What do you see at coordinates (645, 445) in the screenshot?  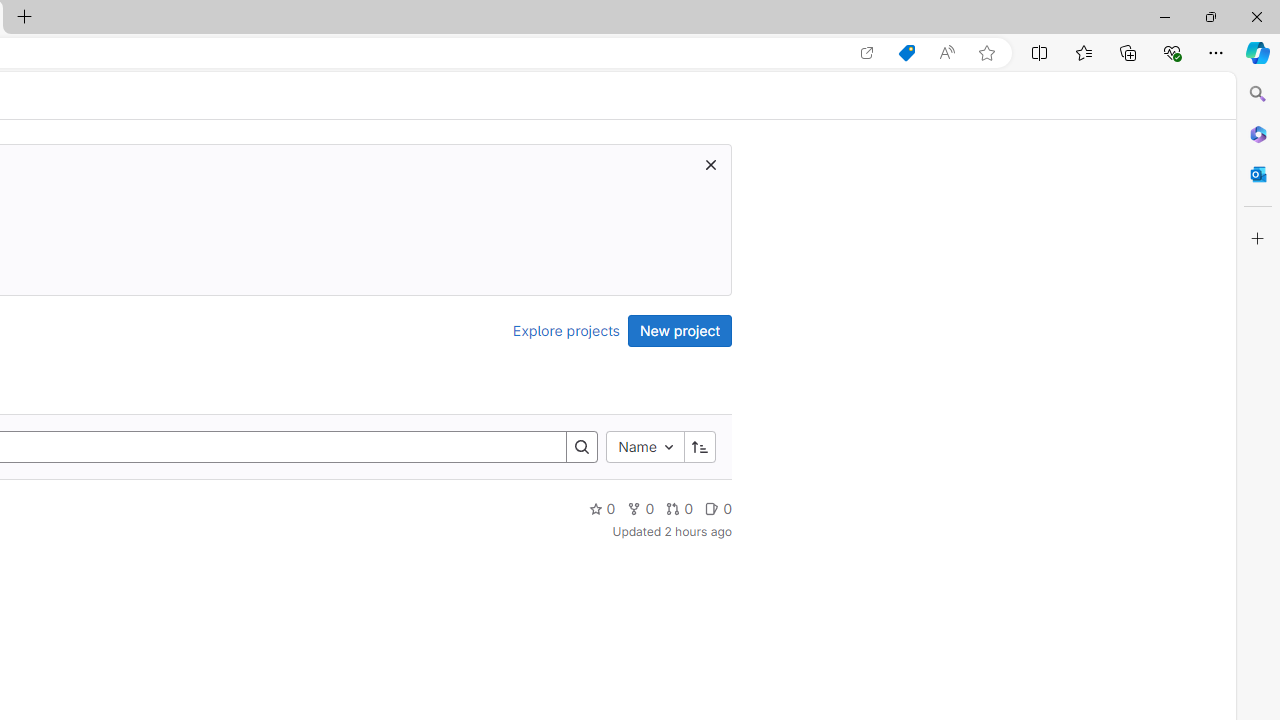 I see `'Name'` at bounding box center [645, 445].